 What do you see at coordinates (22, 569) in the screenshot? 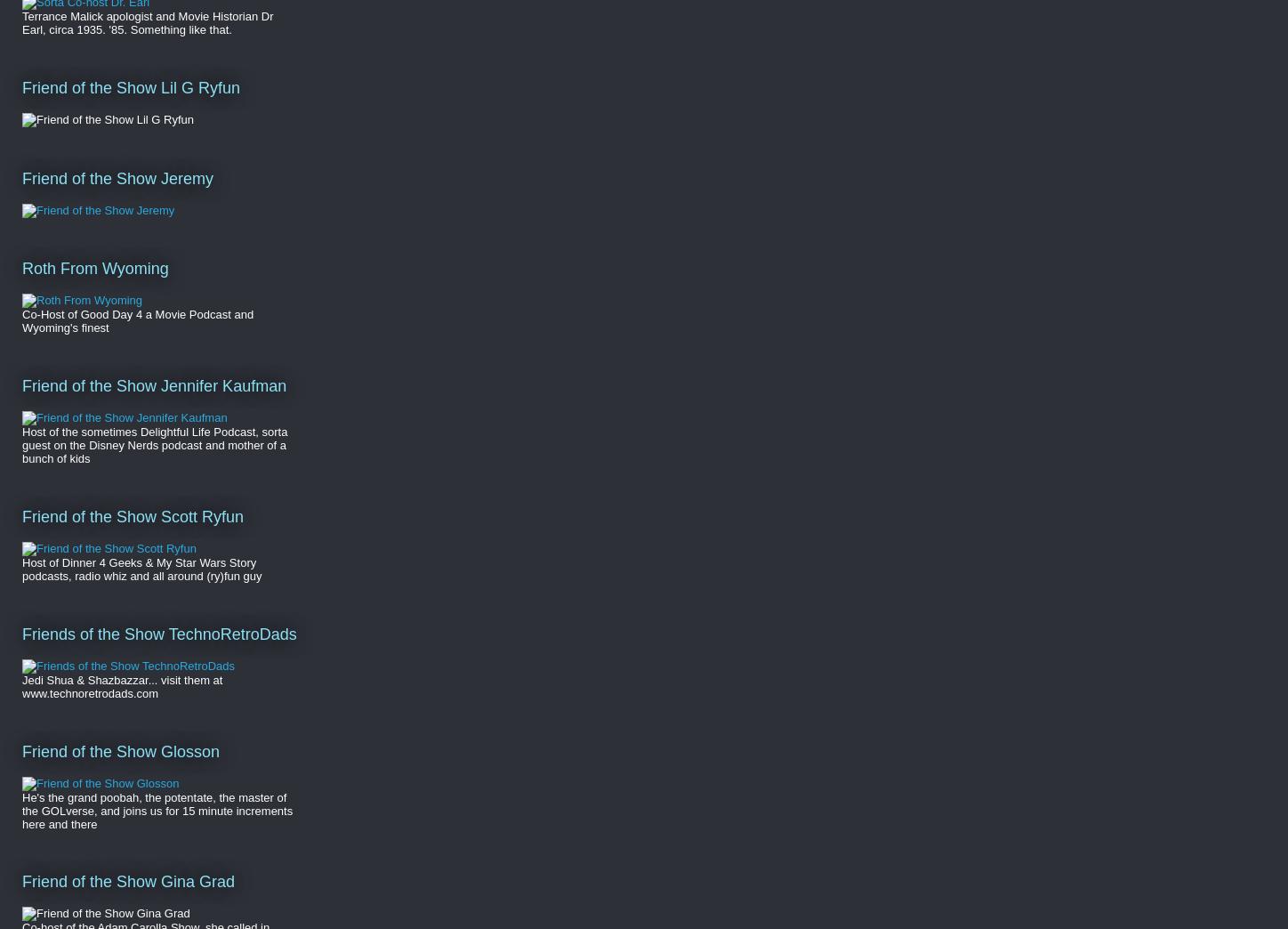
I see `'Host of Dinner 4 Geeks & My Star Wars Story podcasts, radio whiz and all around (ry)fun guy'` at bounding box center [22, 569].